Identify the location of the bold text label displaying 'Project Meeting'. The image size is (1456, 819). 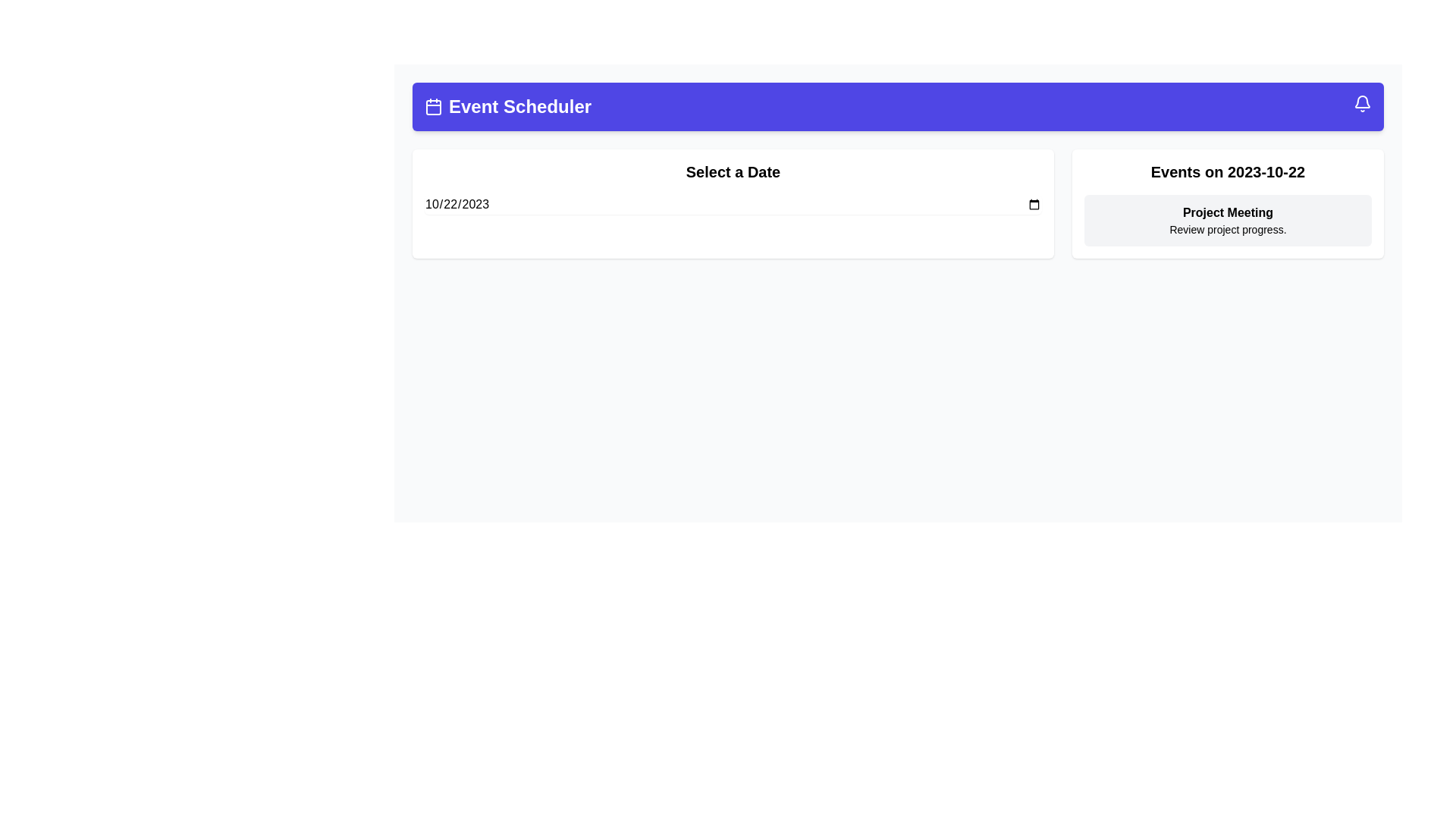
(1228, 213).